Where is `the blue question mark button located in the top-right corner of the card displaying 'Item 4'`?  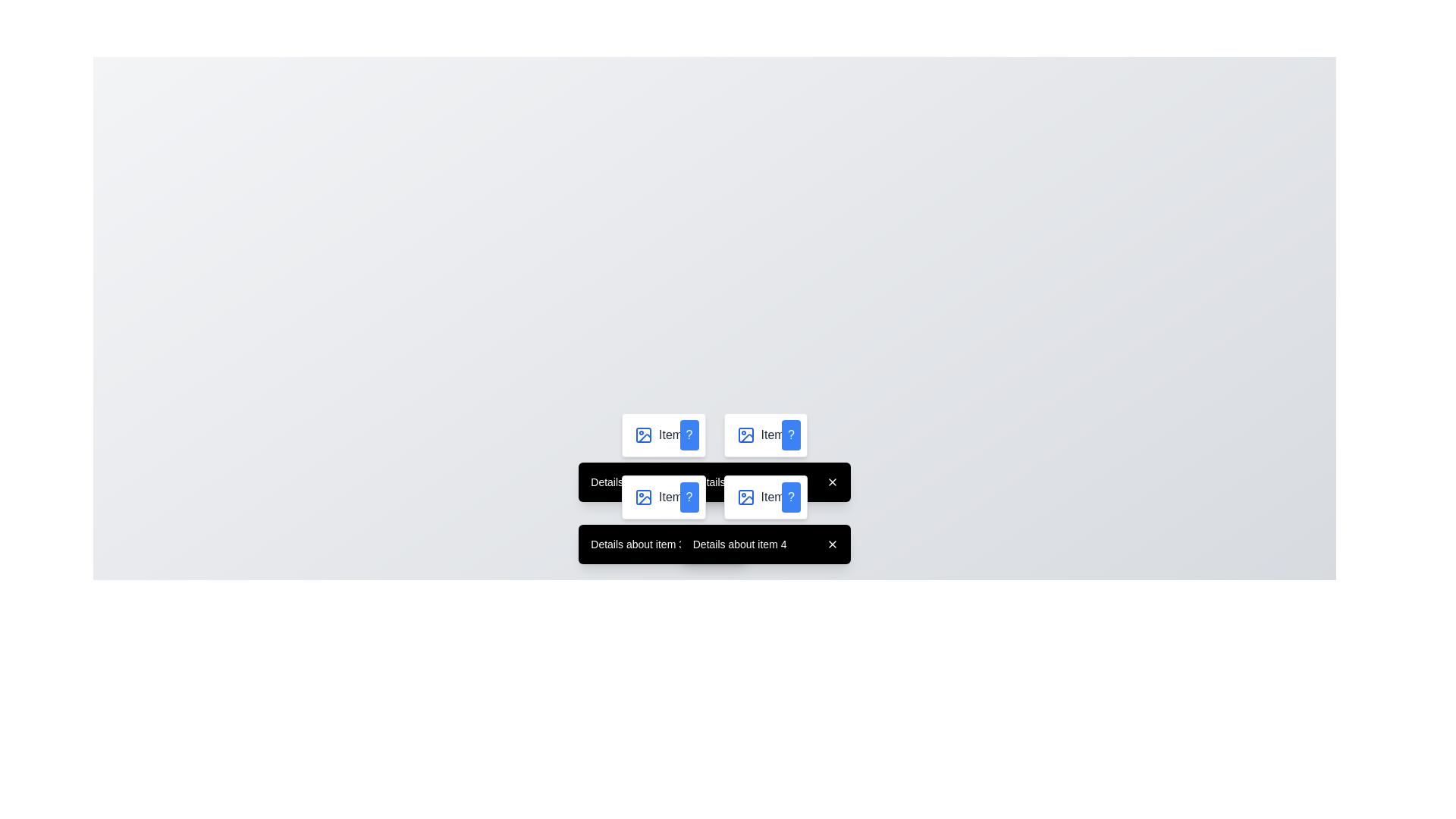 the blue question mark button located in the top-right corner of the card displaying 'Item 4' is located at coordinates (790, 497).